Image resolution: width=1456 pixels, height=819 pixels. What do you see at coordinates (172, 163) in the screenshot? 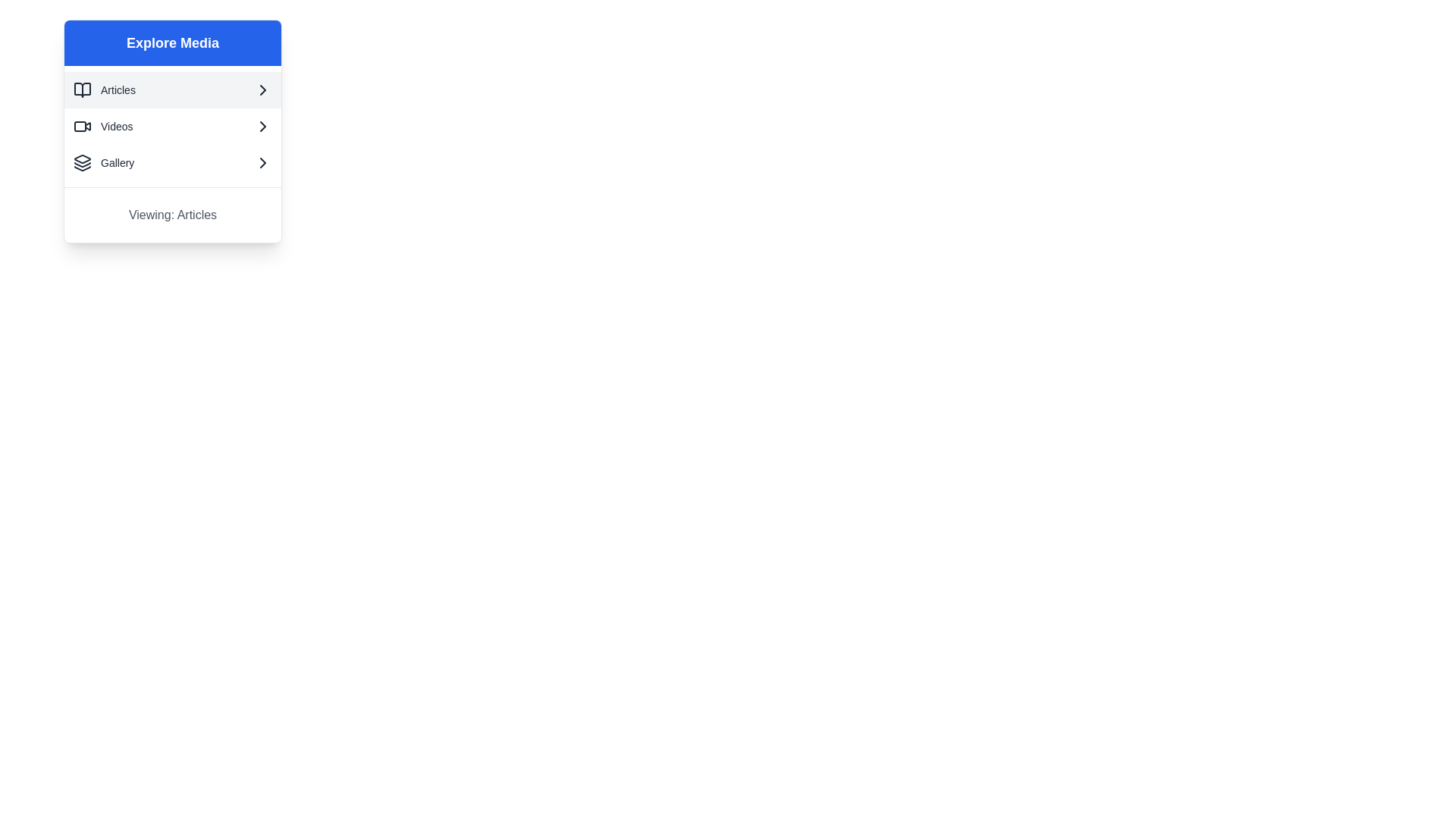
I see `the 'Gallery' menu option, which is the last item in a vertical list of options styled in a small gray font with a hover effect` at bounding box center [172, 163].